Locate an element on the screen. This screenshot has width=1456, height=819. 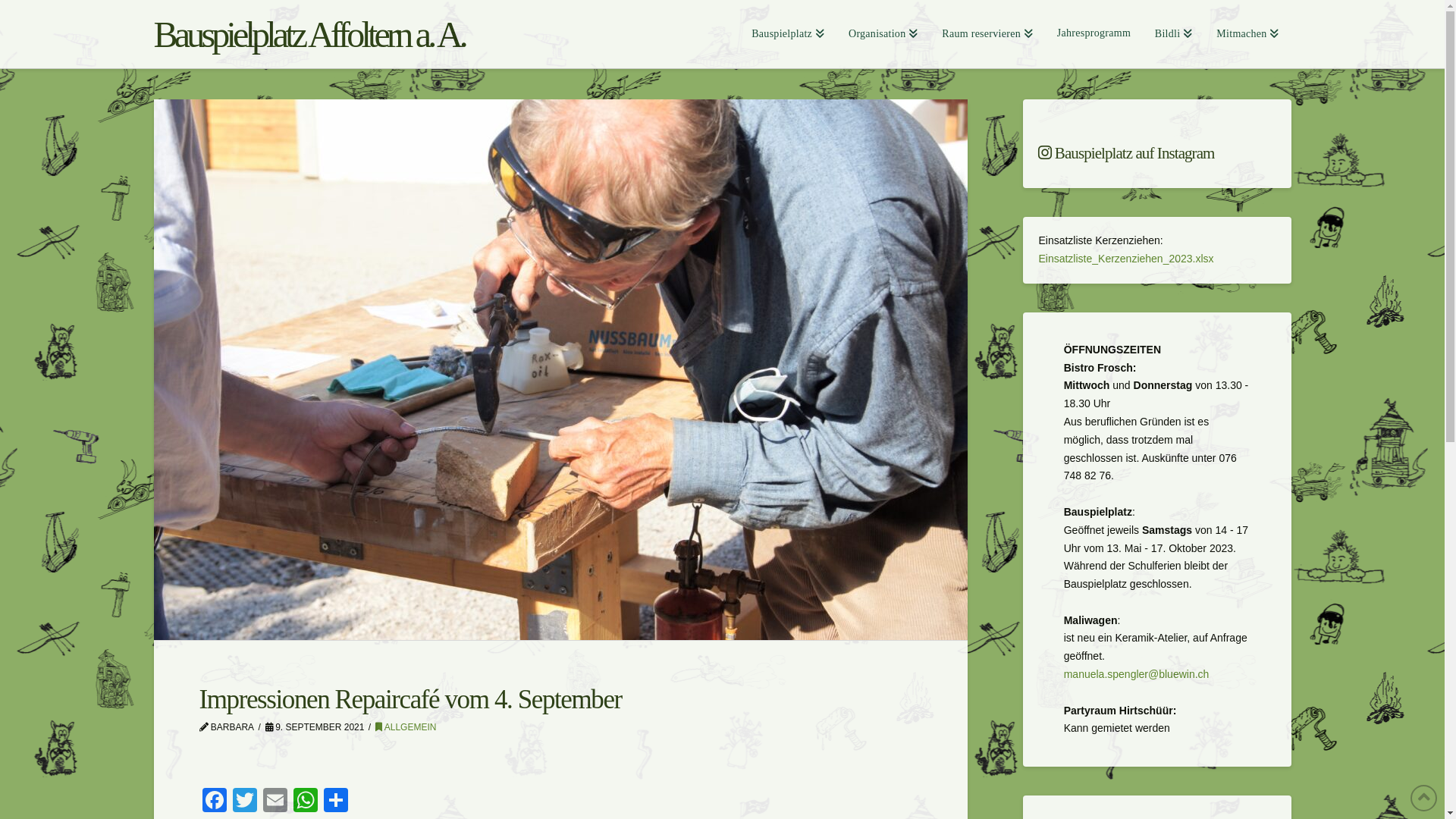
'Mitmachen' is located at coordinates (1247, 34).